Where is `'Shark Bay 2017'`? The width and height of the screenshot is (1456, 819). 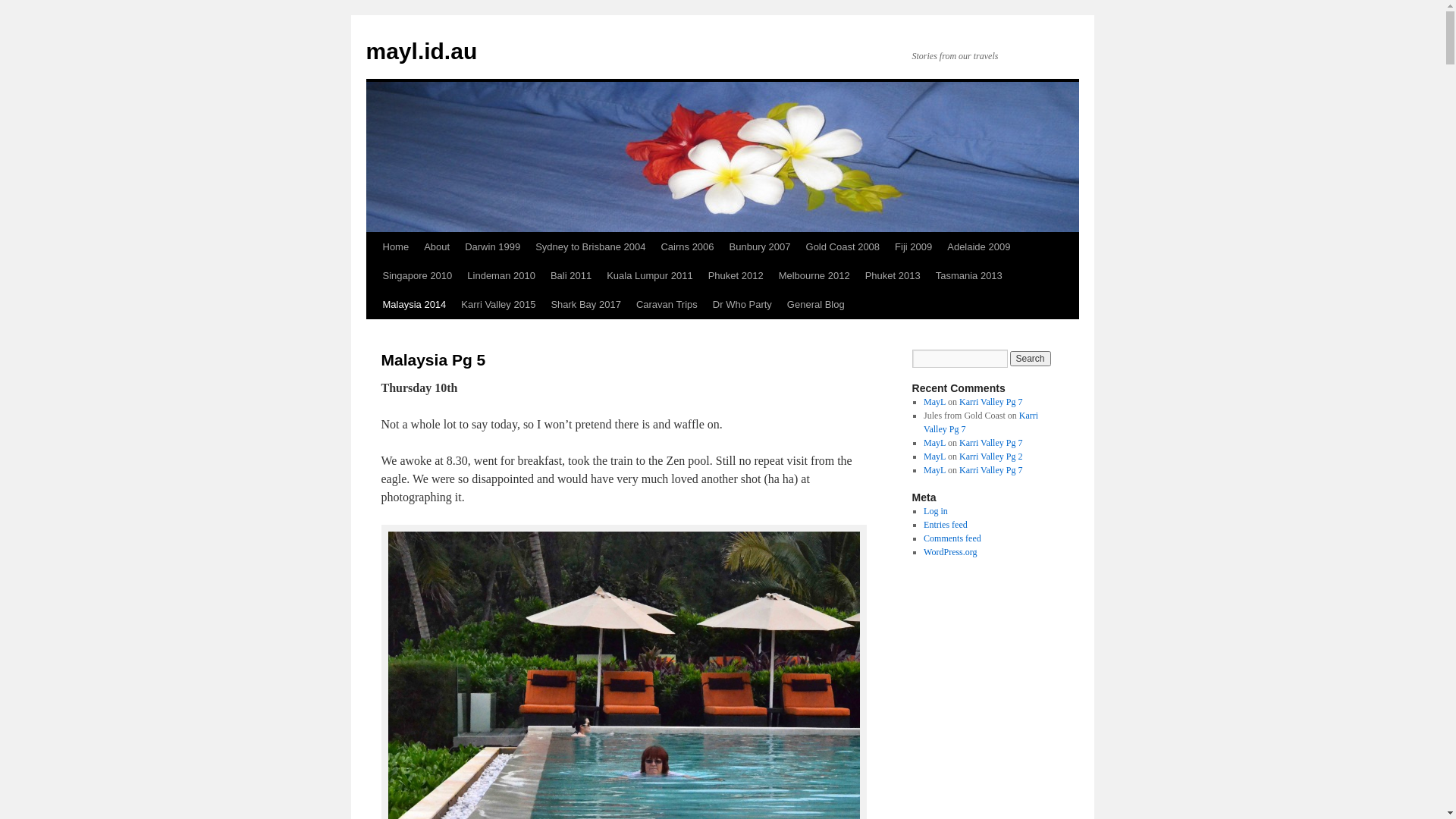 'Shark Bay 2017' is located at coordinates (585, 304).